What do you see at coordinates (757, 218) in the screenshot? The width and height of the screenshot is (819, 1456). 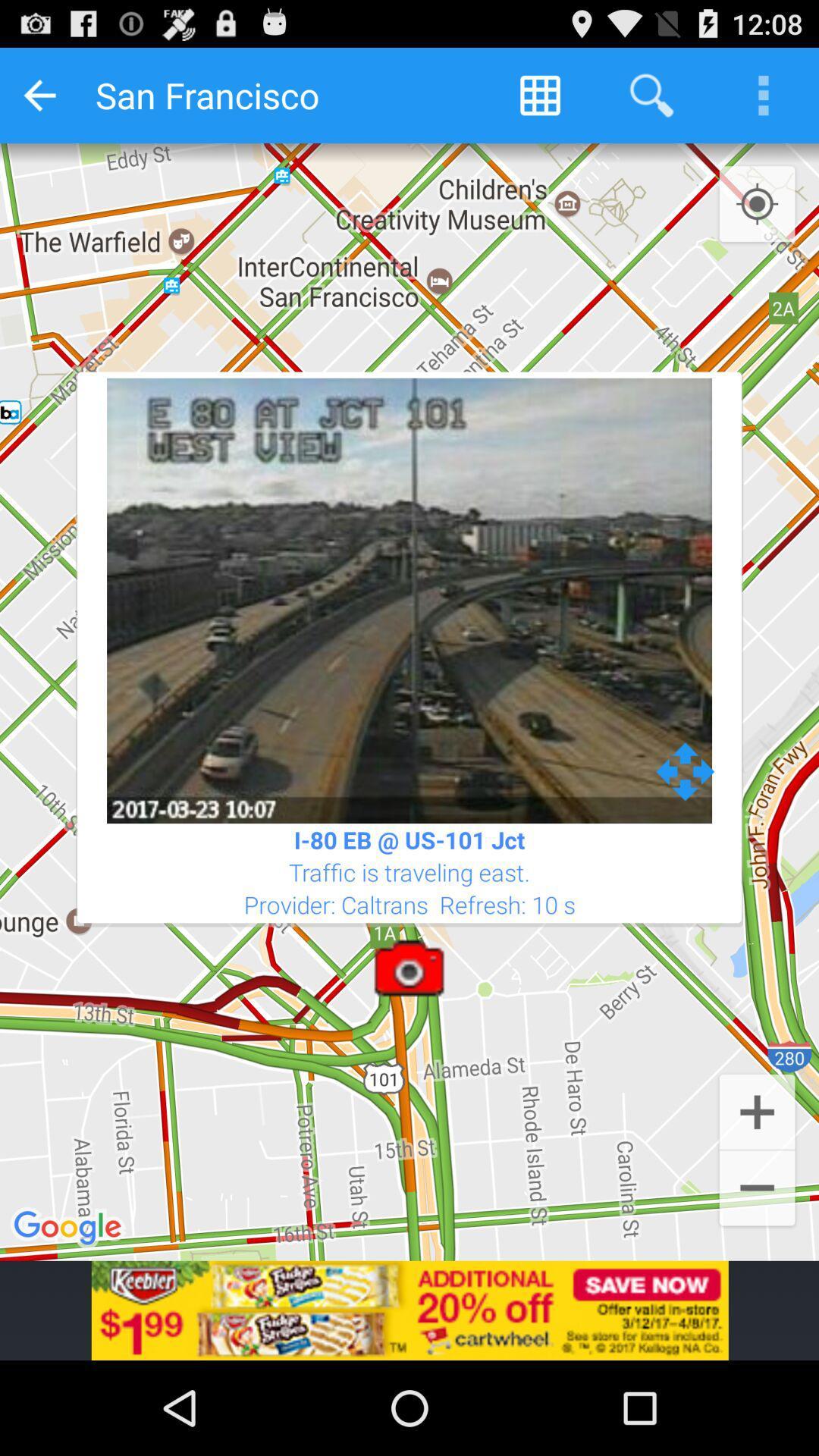 I see `the location_crosshair icon` at bounding box center [757, 218].